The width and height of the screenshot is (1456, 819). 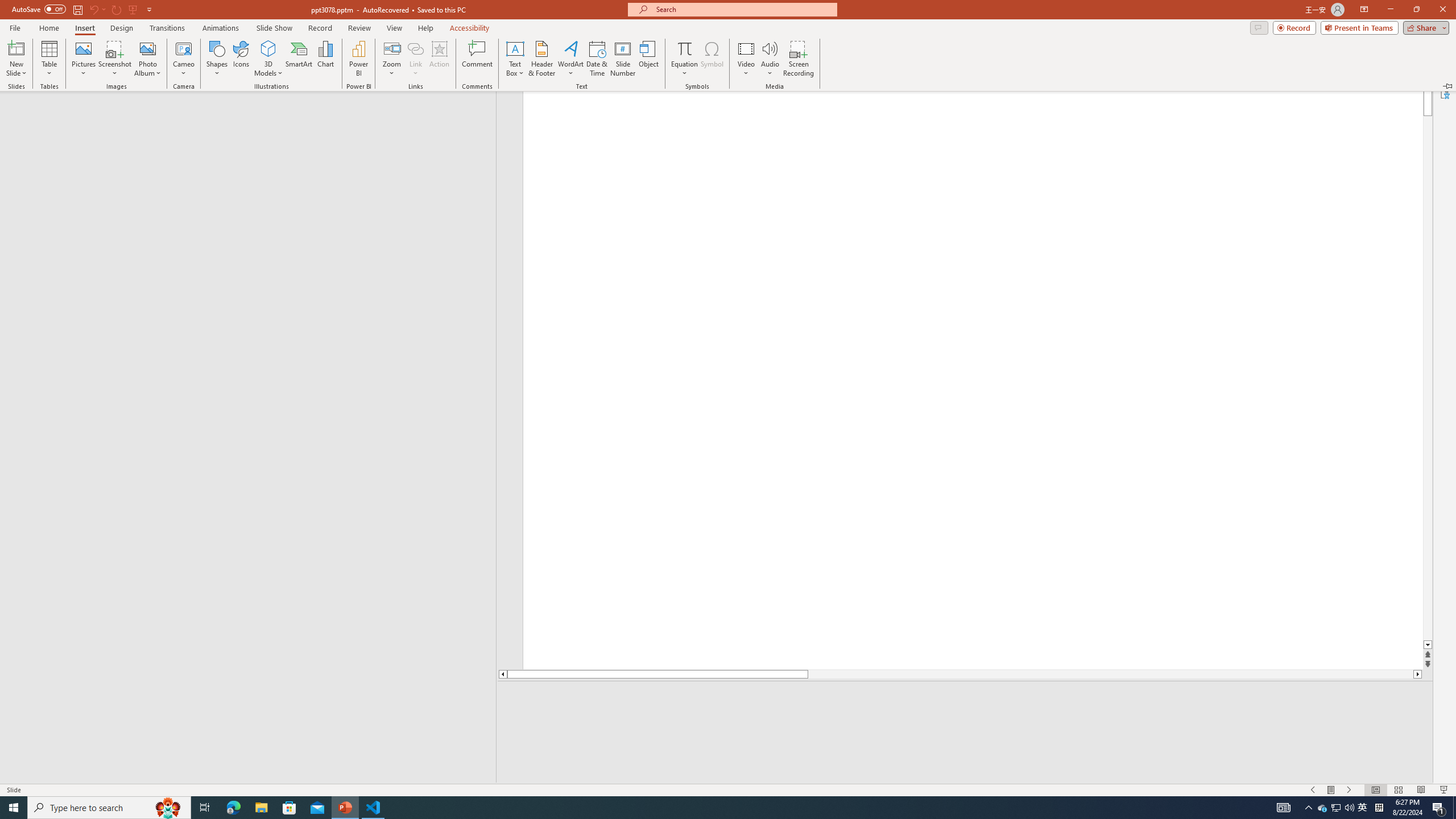 What do you see at coordinates (1313, 790) in the screenshot?
I see `'Slide Show Previous On'` at bounding box center [1313, 790].